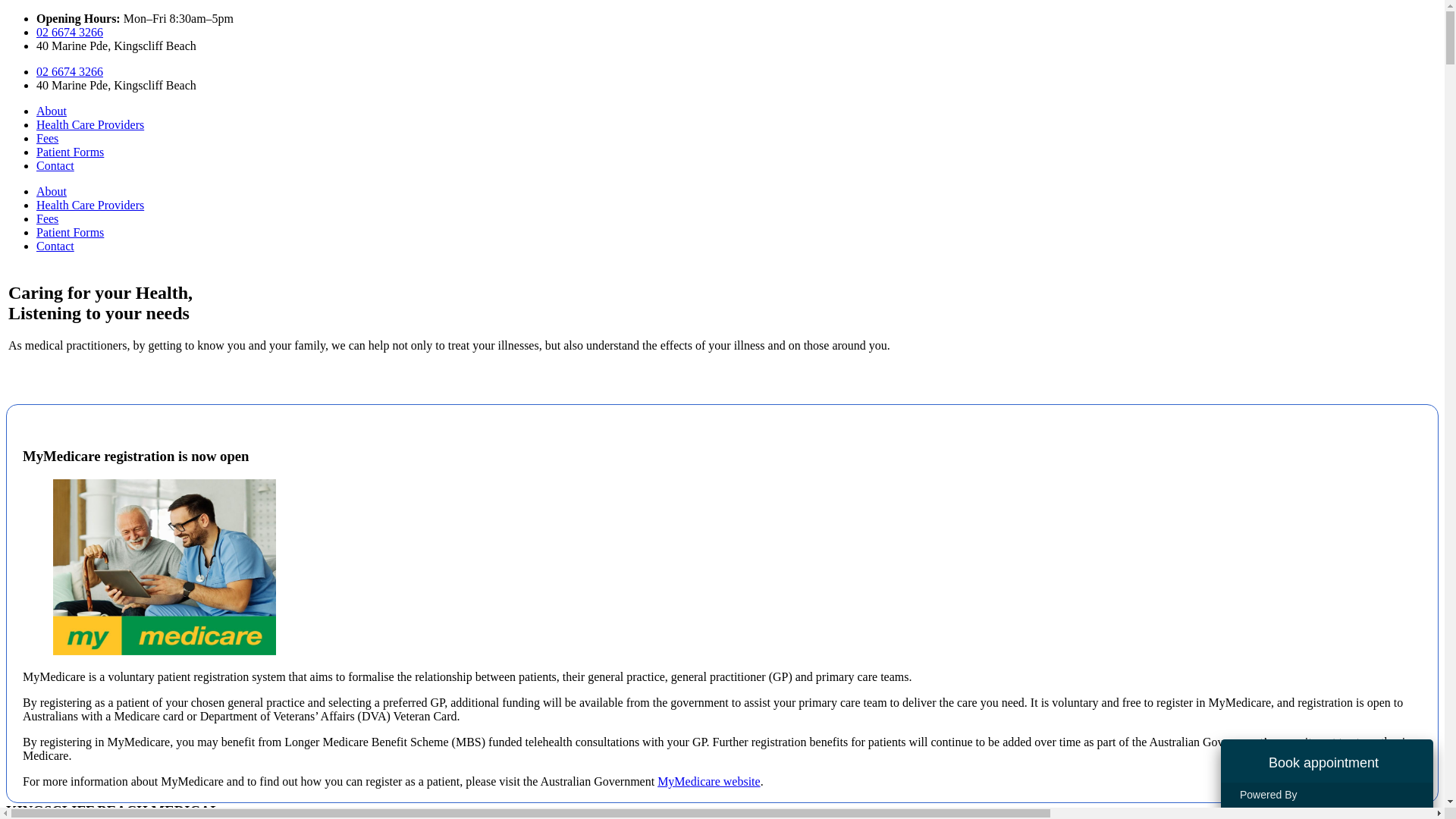  I want to click on 'Fees', so click(47, 138).